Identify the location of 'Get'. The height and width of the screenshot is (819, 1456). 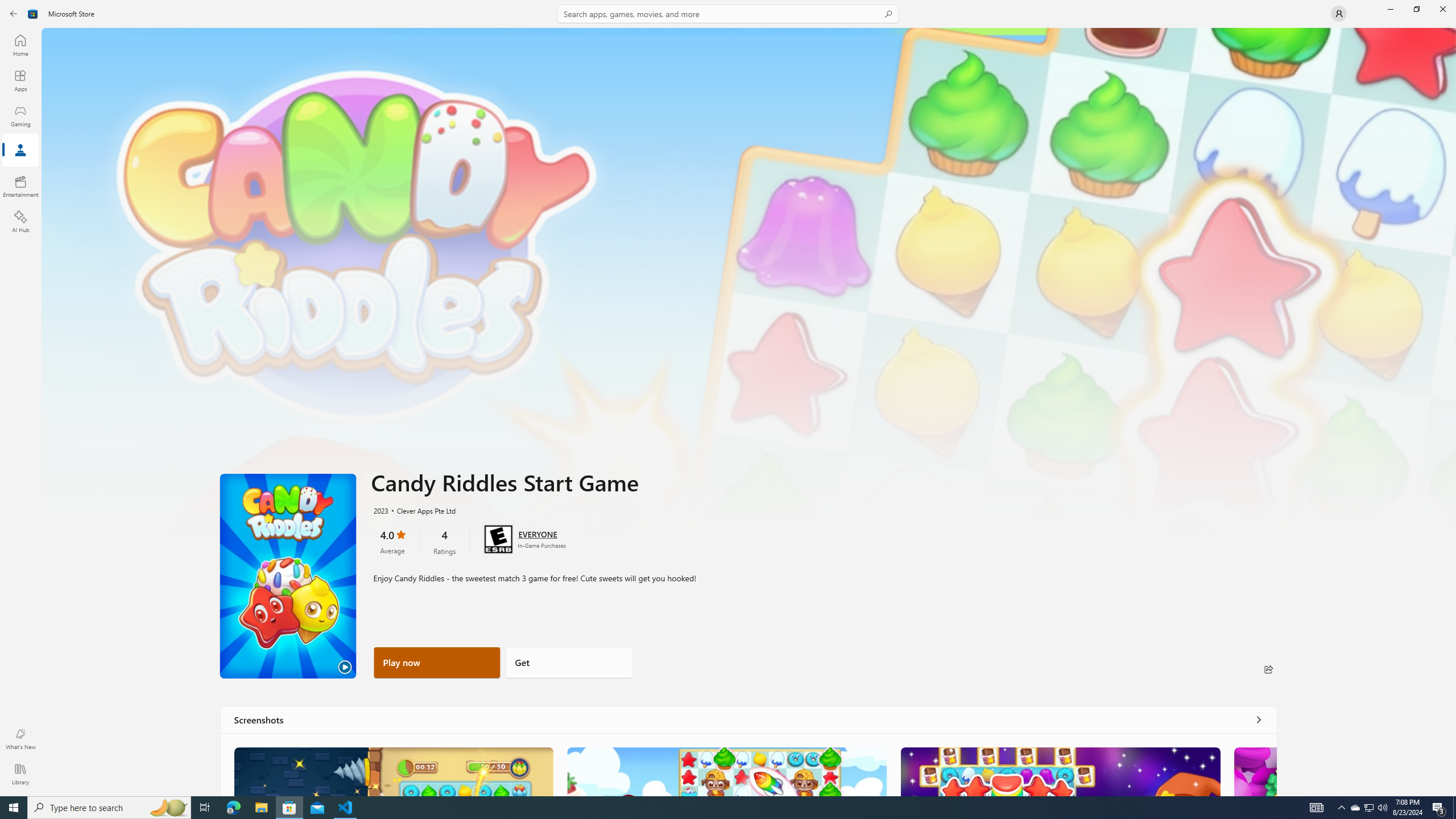
(568, 662).